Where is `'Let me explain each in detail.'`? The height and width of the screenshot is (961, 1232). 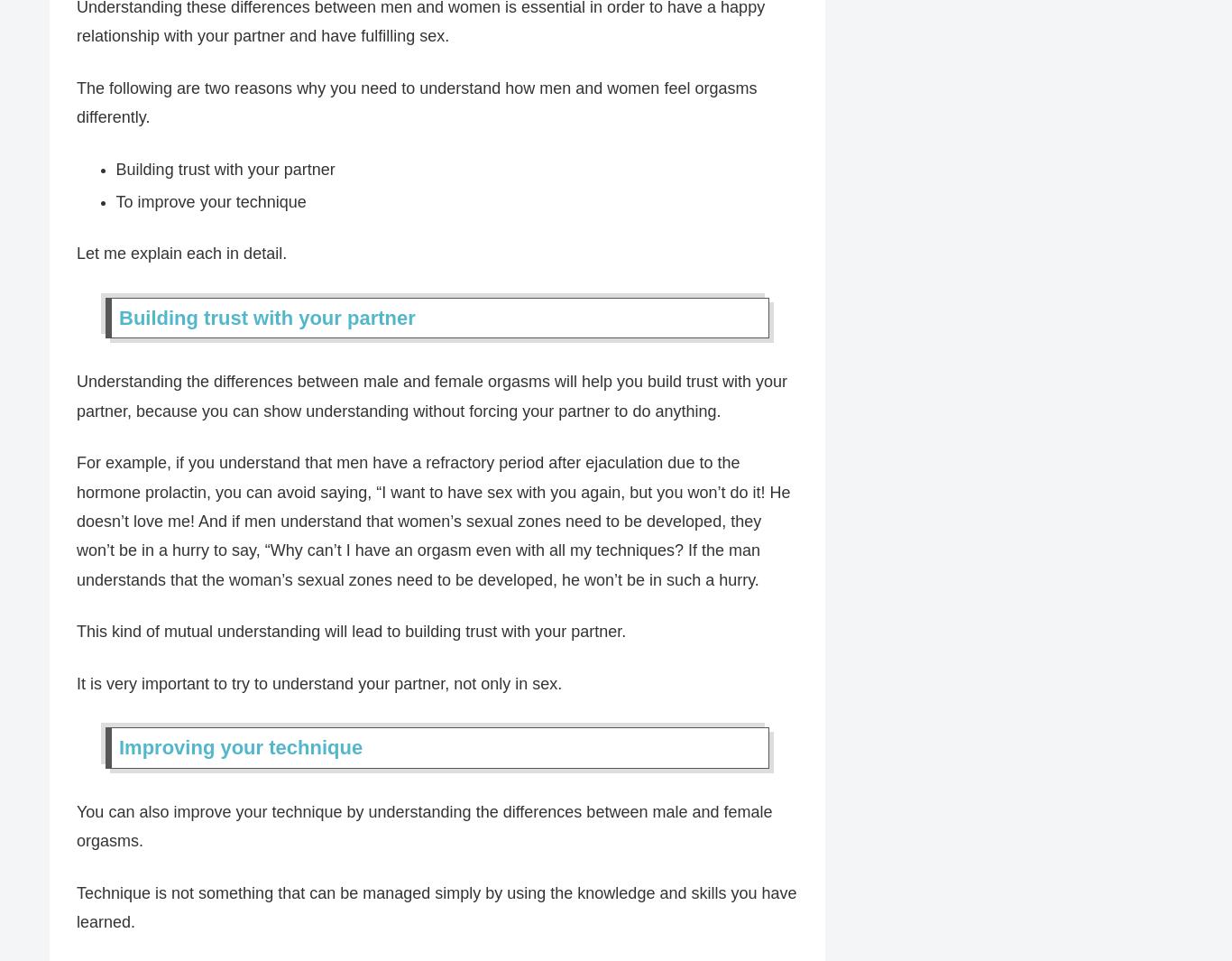
'Let me explain each in detail.' is located at coordinates (76, 254).